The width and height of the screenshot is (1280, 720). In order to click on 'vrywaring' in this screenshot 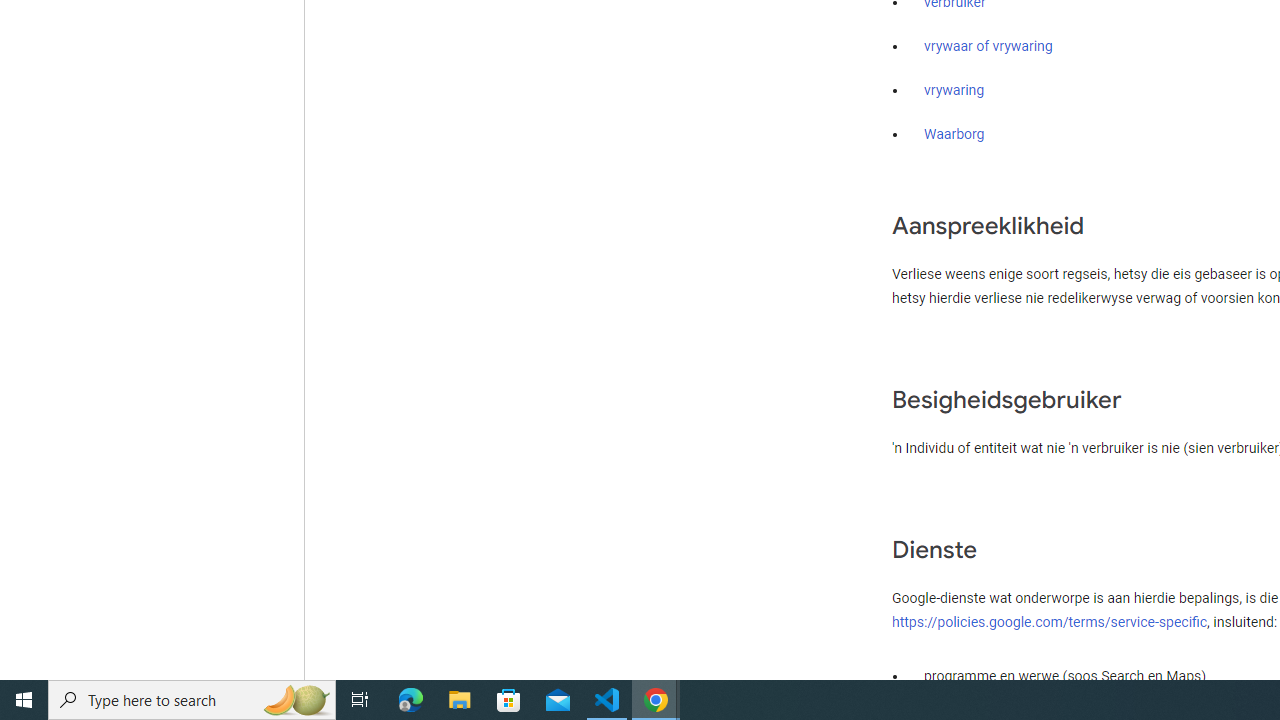, I will do `click(953, 91)`.